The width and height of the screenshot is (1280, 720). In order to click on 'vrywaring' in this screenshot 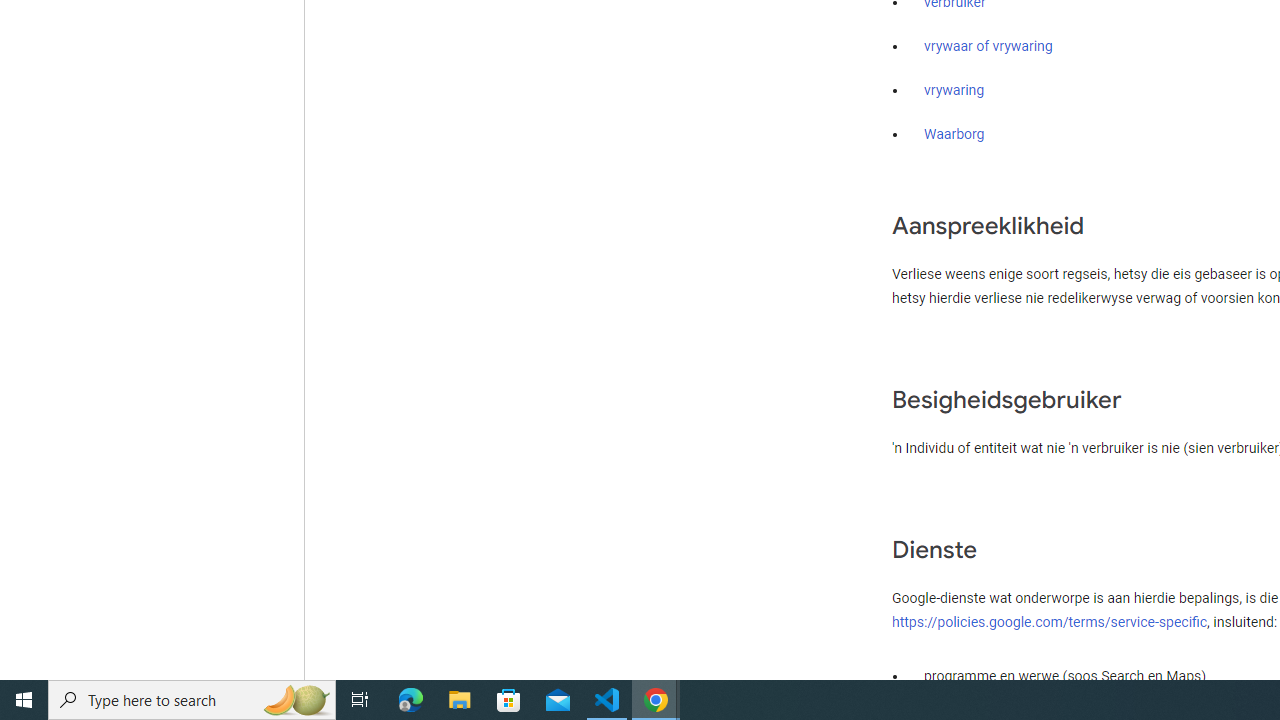, I will do `click(953, 91)`.